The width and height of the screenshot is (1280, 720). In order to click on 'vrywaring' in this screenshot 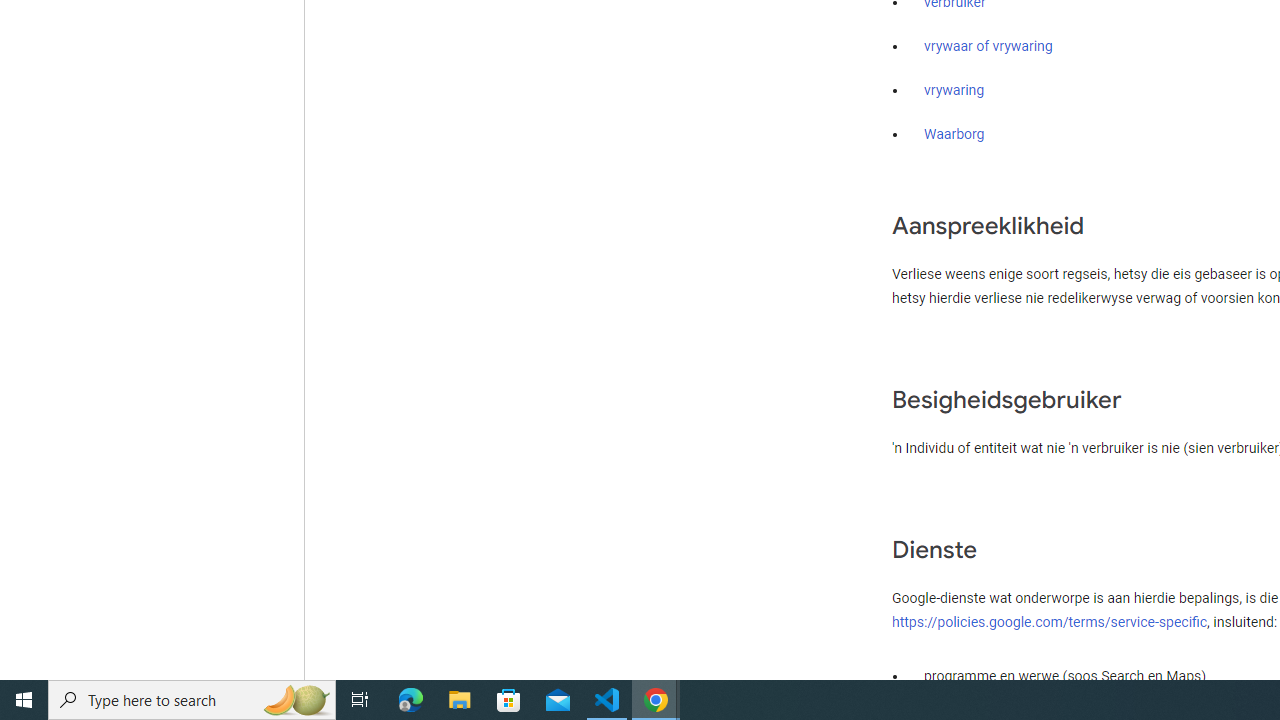, I will do `click(953, 91)`.